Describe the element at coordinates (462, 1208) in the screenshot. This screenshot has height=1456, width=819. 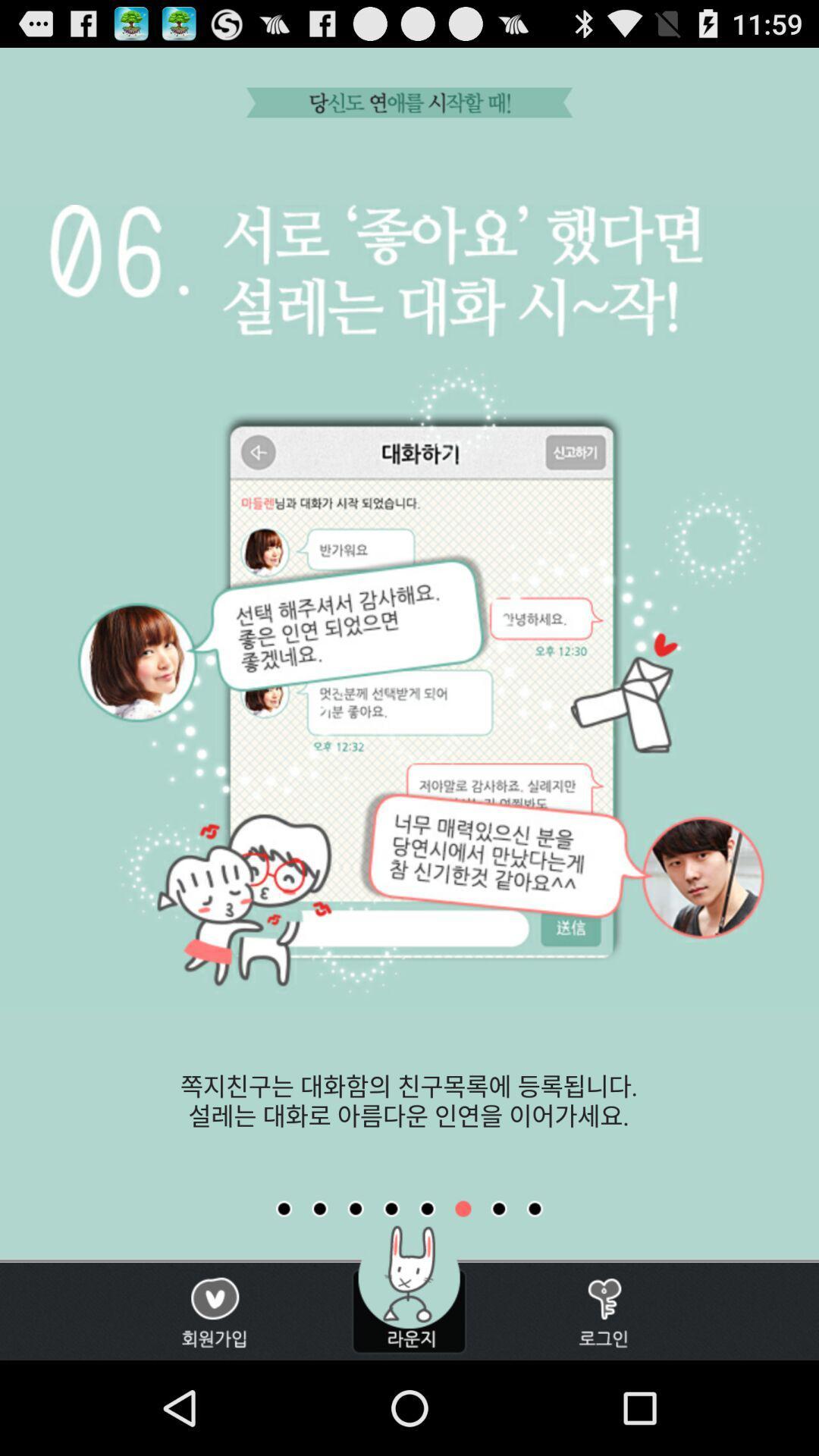
I see `page` at that location.